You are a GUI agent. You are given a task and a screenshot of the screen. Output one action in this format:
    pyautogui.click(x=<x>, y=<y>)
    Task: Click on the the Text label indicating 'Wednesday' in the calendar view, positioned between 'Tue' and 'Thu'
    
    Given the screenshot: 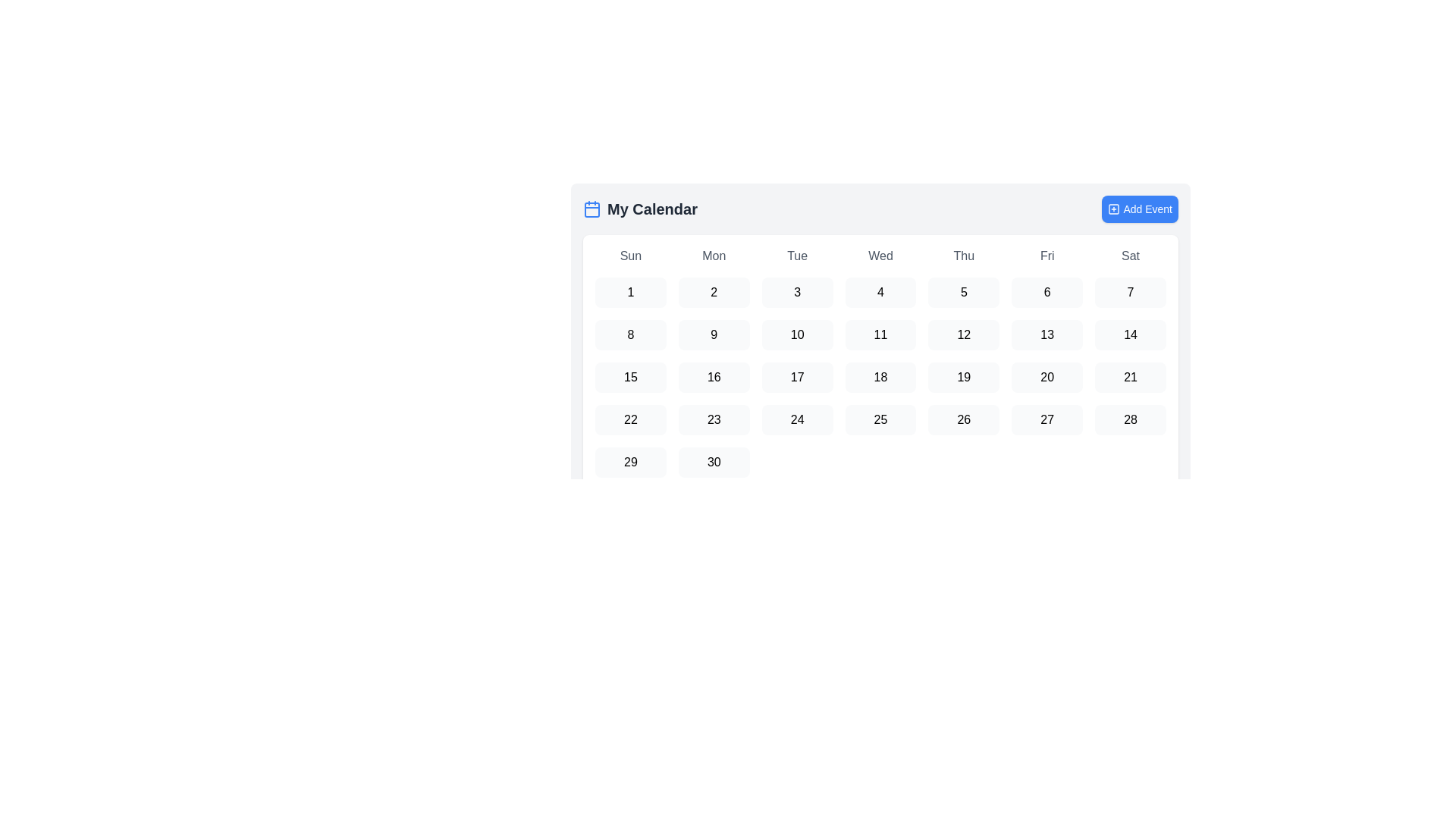 What is the action you would take?
    pyautogui.click(x=880, y=256)
    